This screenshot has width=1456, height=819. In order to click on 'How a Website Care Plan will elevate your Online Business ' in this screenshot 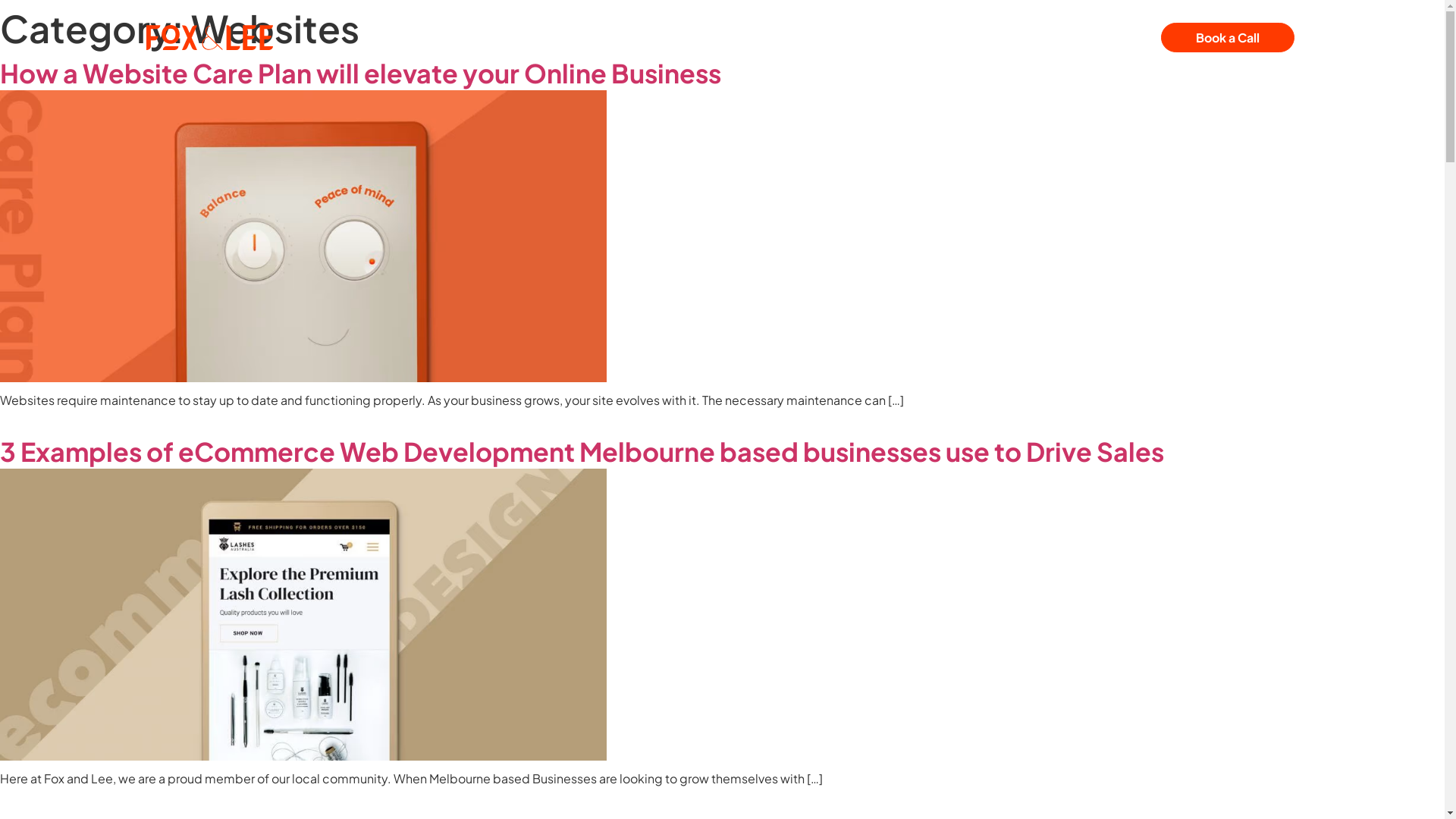, I will do `click(362, 73)`.